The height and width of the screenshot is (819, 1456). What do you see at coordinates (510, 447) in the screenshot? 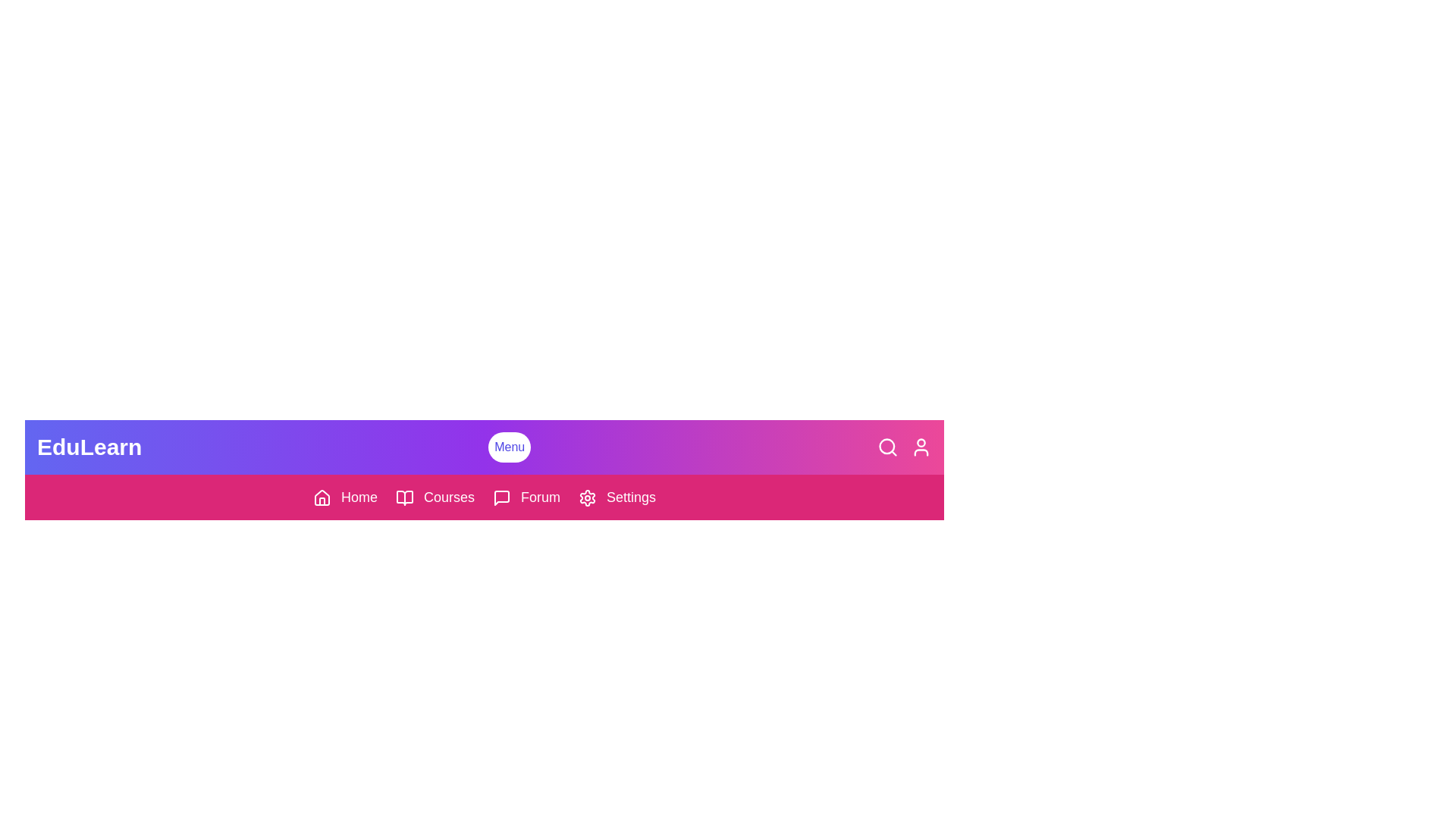
I see `the 'Menu' button to toggle the menu visibility` at bounding box center [510, 447].